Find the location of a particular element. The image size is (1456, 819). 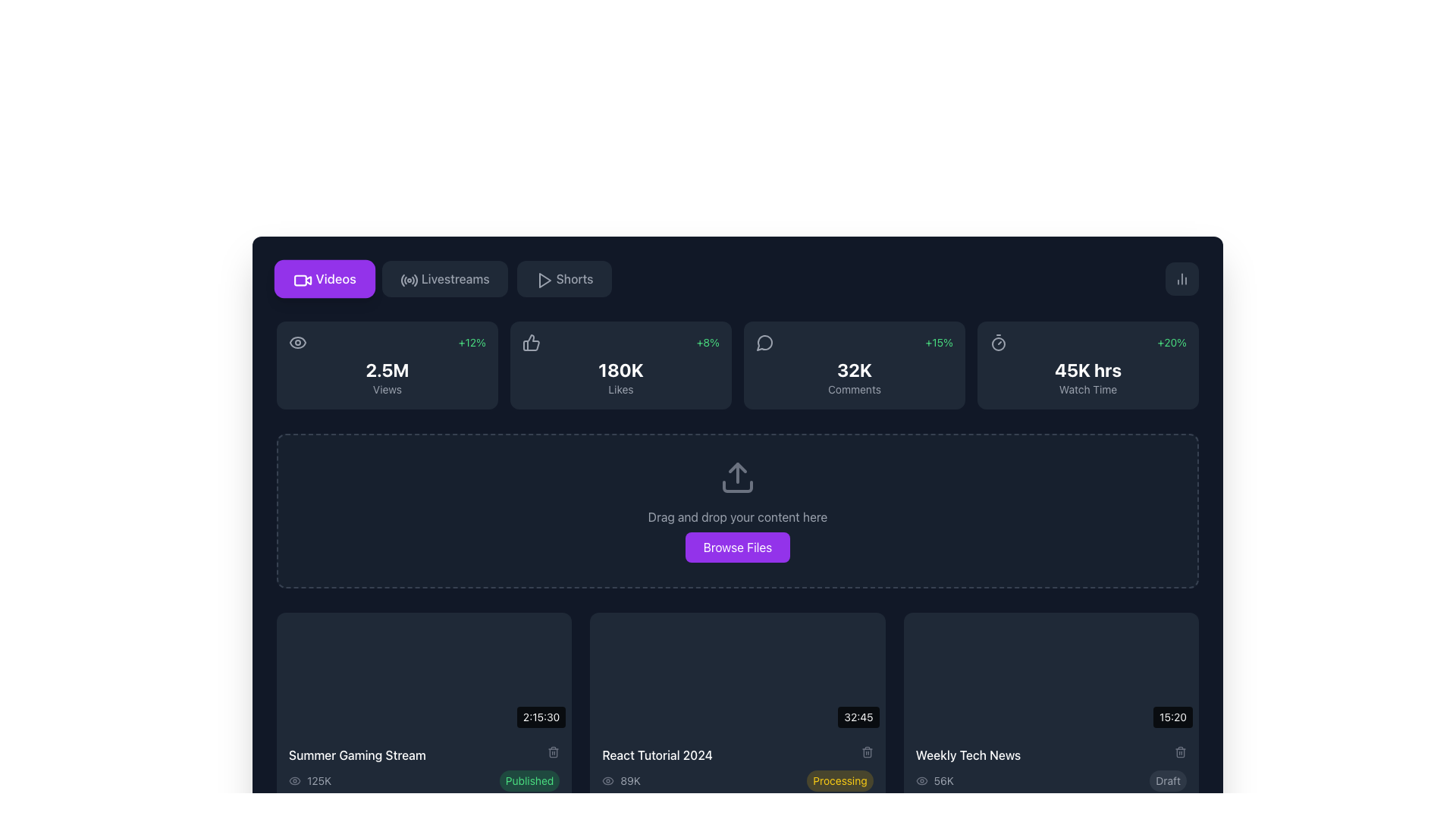

text label displaying '+12%' in a small green font located in the 'Views' card, positioned adjacent to '2.5M' is located at coordinates (471, 342).